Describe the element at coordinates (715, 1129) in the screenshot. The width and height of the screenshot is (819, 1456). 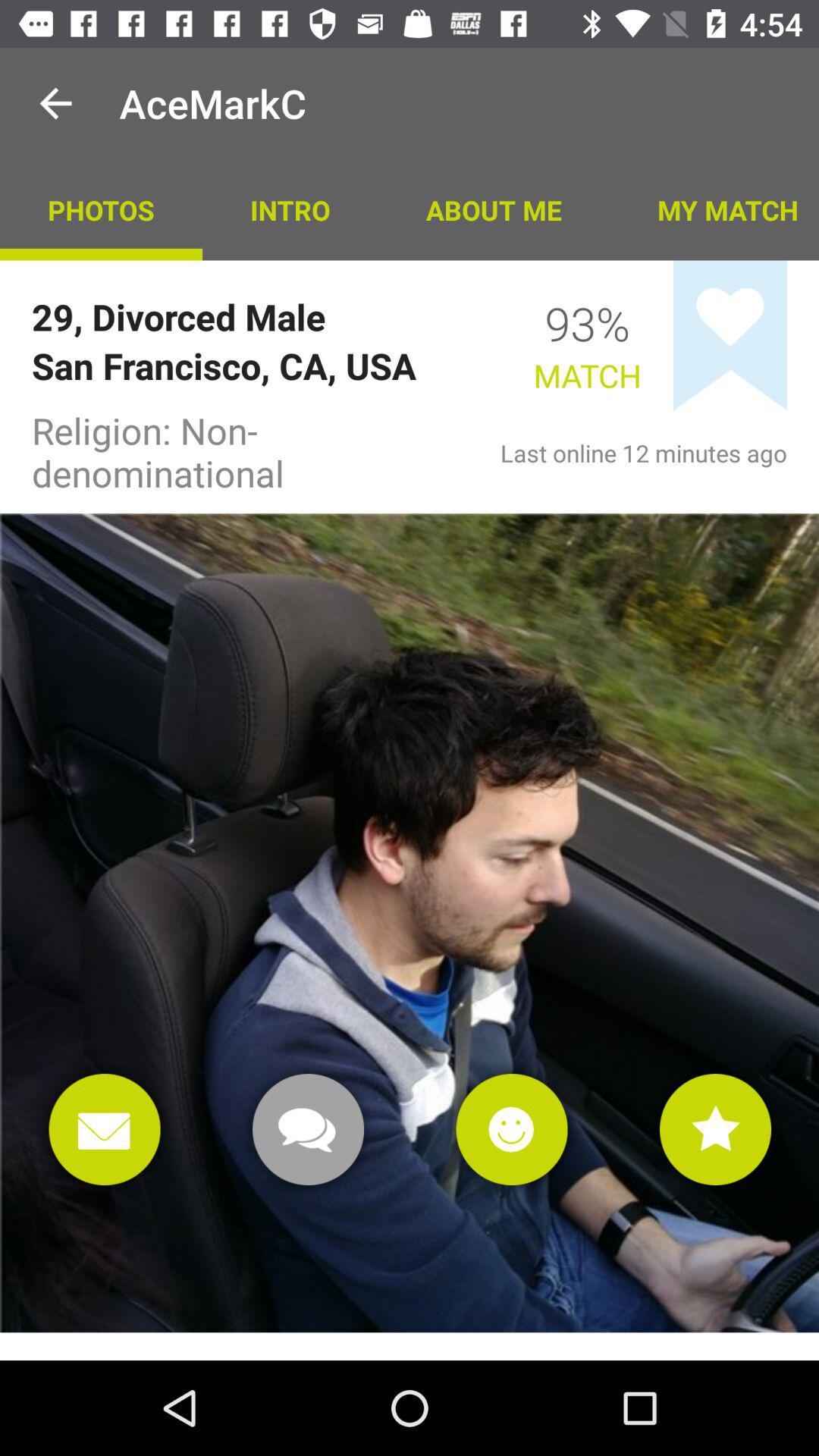
I see `mark as important` at that location.